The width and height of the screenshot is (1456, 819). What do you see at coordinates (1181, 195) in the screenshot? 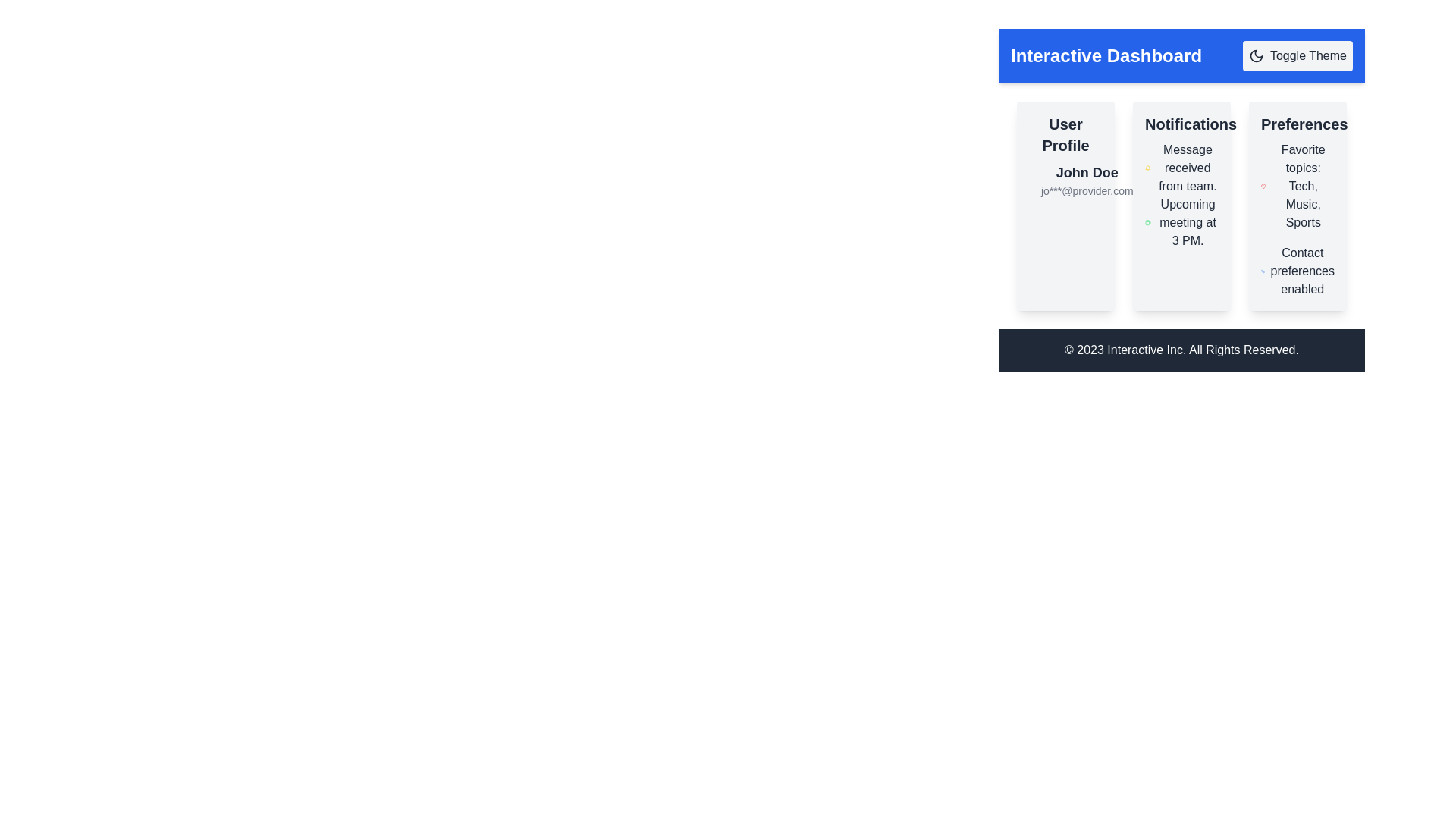
I see `the text block within the notification component that displays 'Message received from team.' and 'Upcoming meeting at 3 PM.'` at bounding box center [1181, 195].